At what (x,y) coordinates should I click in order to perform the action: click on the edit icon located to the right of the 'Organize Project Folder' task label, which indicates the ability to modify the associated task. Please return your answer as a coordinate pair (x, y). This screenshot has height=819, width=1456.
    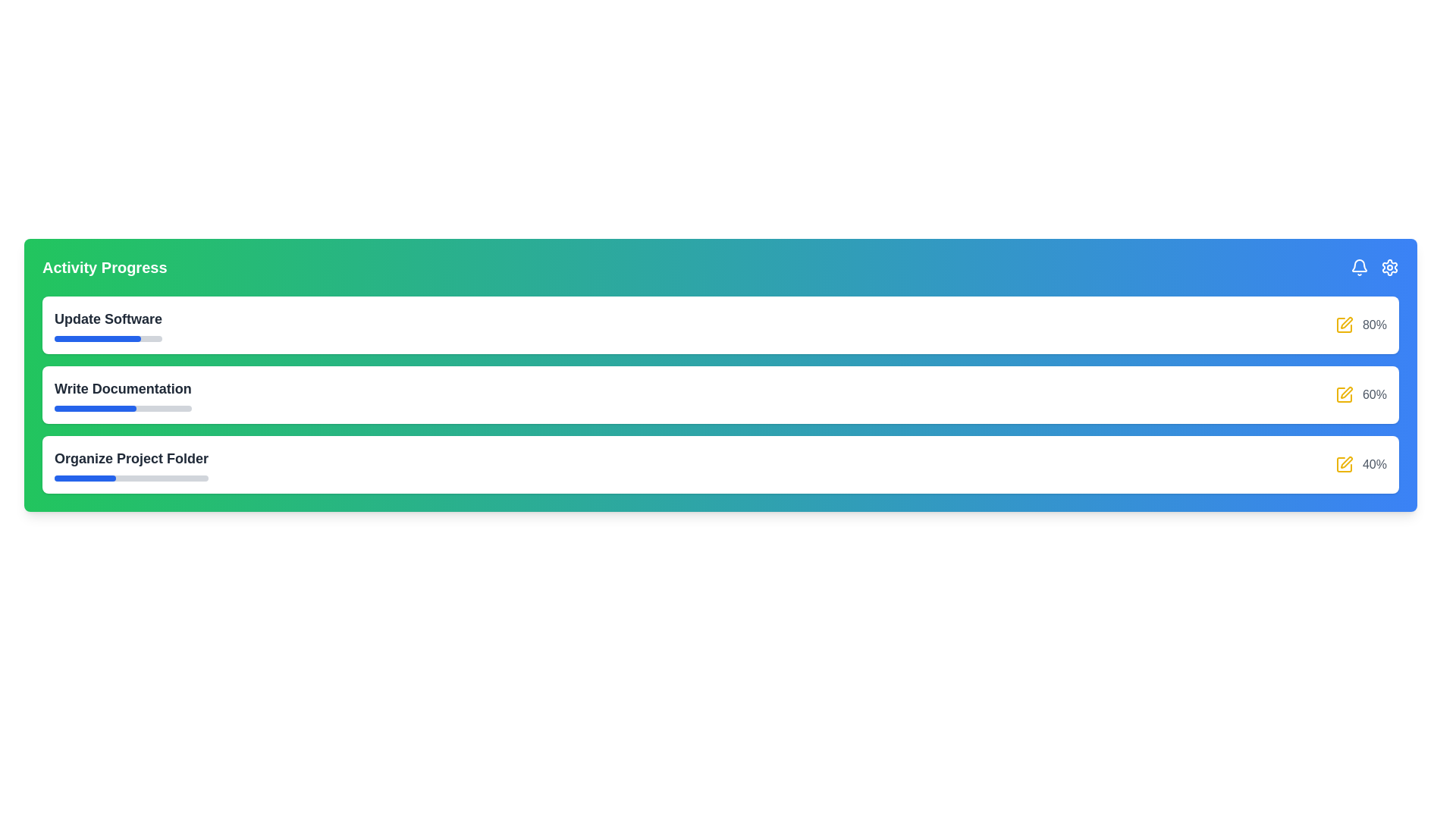
    Looking at the image, I should click on (1344, 464).